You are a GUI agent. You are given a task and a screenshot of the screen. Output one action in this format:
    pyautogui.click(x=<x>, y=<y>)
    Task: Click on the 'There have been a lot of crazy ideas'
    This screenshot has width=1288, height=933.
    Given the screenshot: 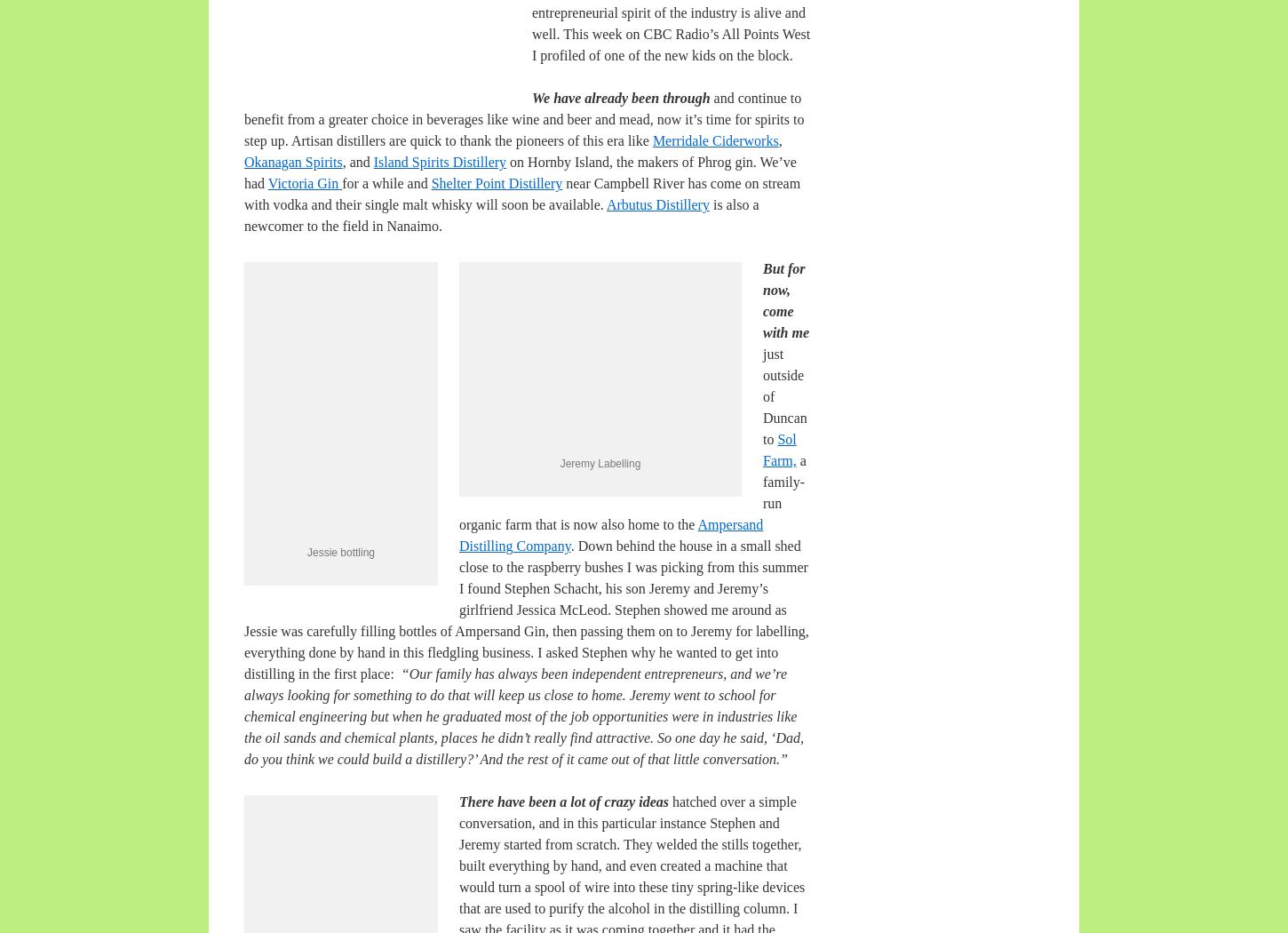 What is the action you would take?
    pyautogui.click(x=562, y=801)
    